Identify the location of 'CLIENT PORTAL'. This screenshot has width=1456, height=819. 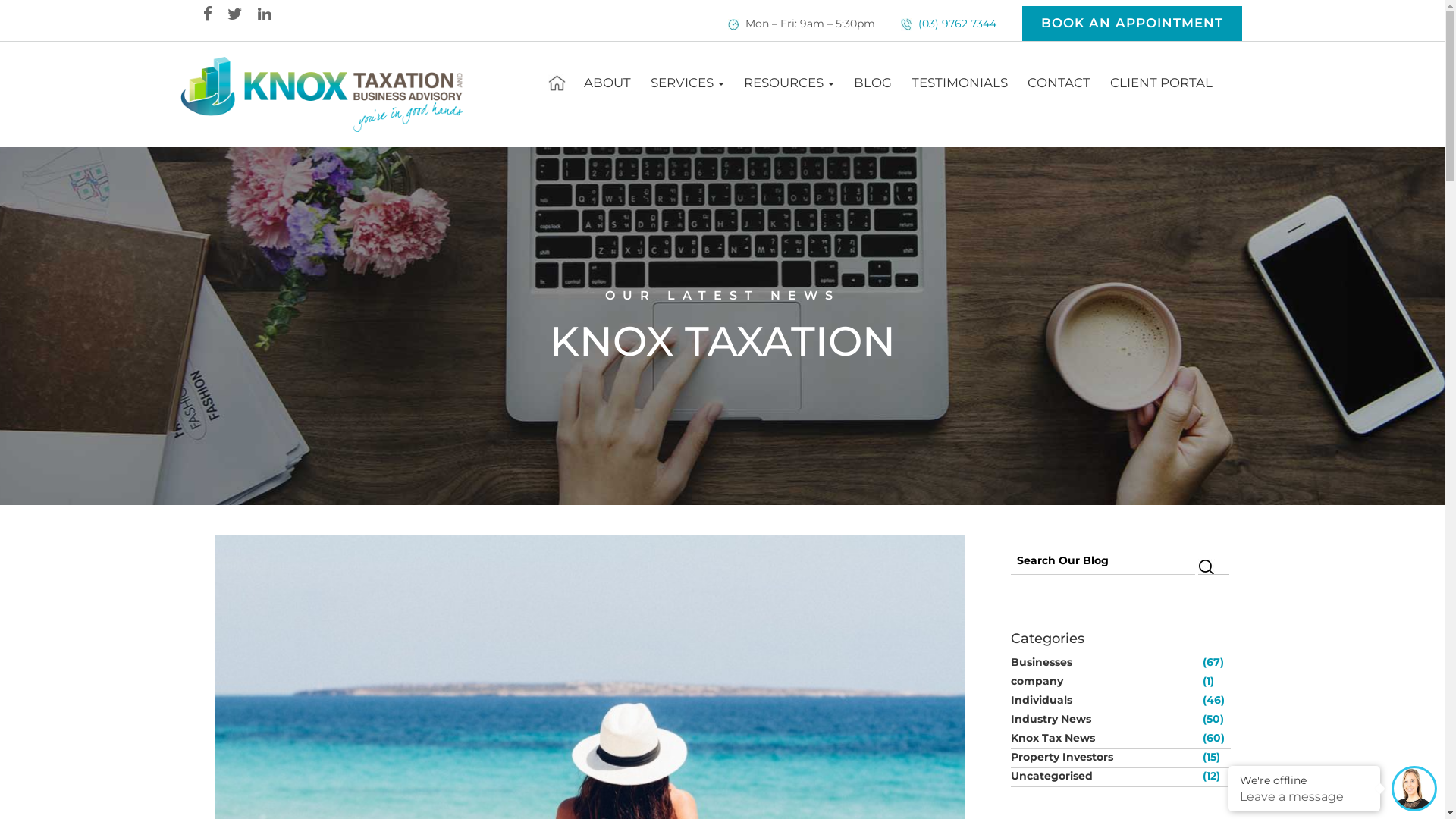
(1160, 82).